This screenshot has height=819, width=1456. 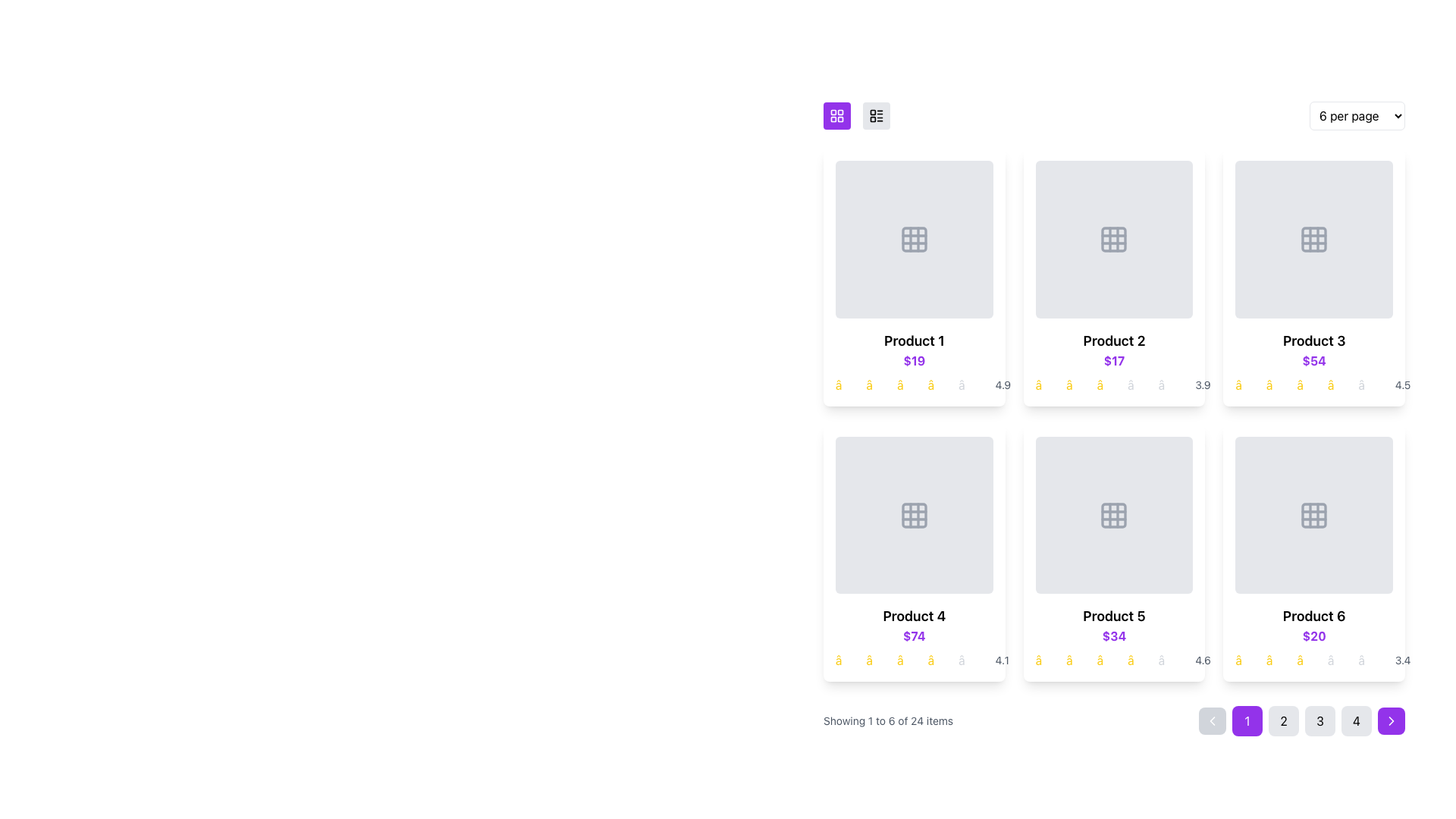 What do you see at coordinates (1313, 553) in the screenshot?
I see `the product card located in the second row and third column of the product grid, which displays product details like name, price, and rating` at bounding box center [1313, 553].